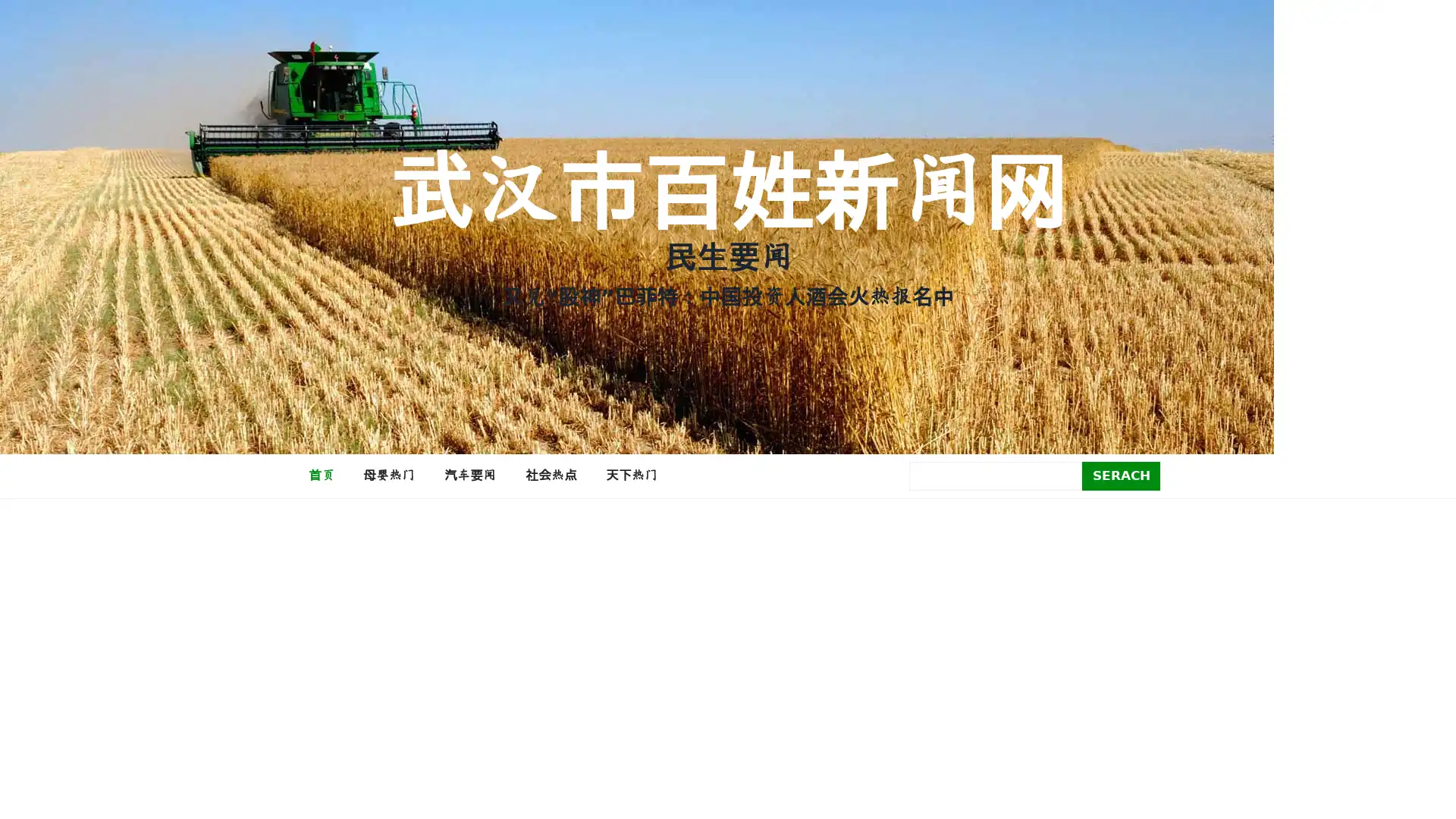  Describe the element at coordinates (1121, 475) in the screenshot. I see `serach` at that location.